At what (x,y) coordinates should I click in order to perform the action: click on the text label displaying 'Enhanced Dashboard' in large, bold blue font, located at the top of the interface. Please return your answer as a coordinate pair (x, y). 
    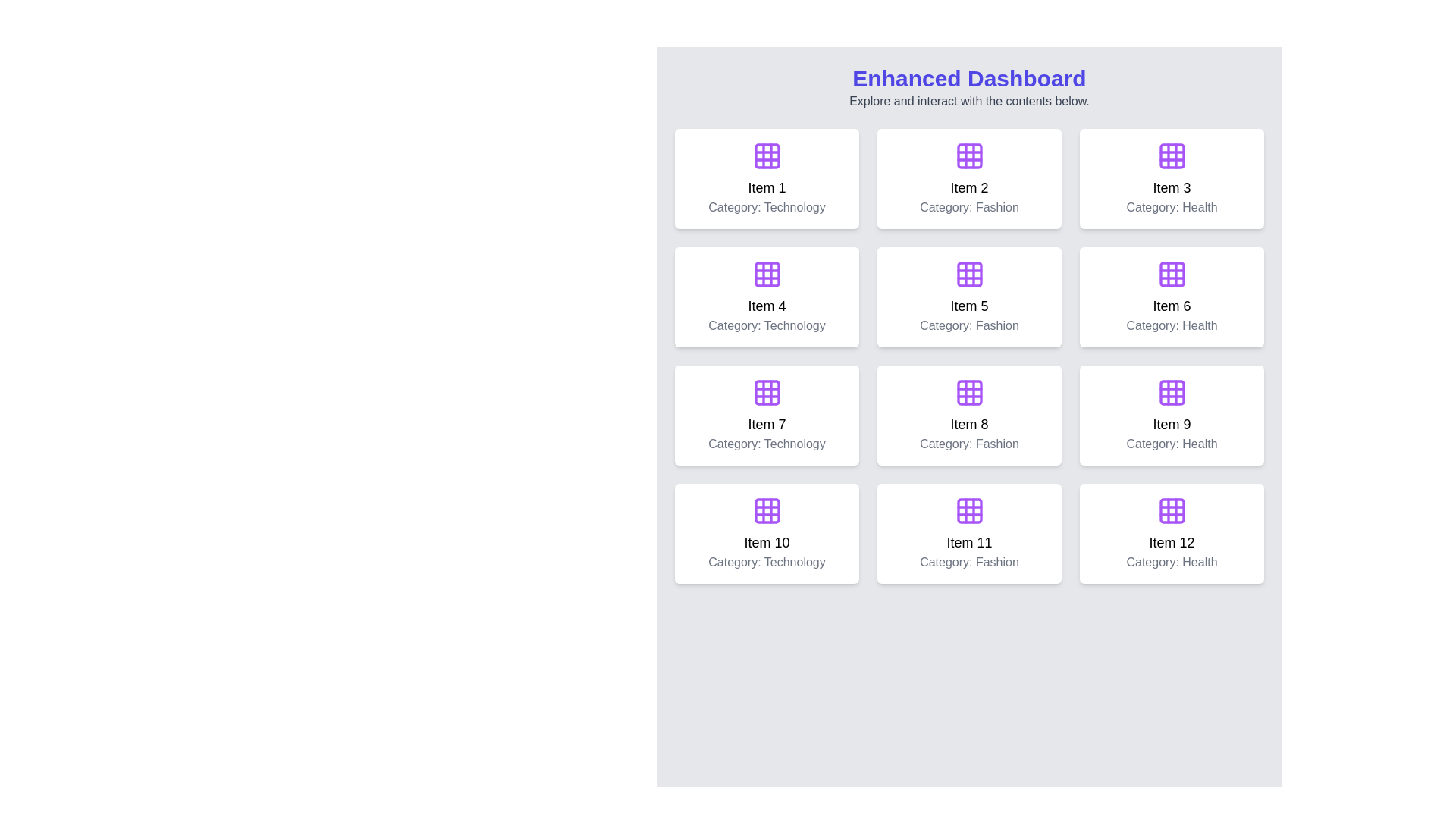
    Looking at the image, I should click on (968, 79).